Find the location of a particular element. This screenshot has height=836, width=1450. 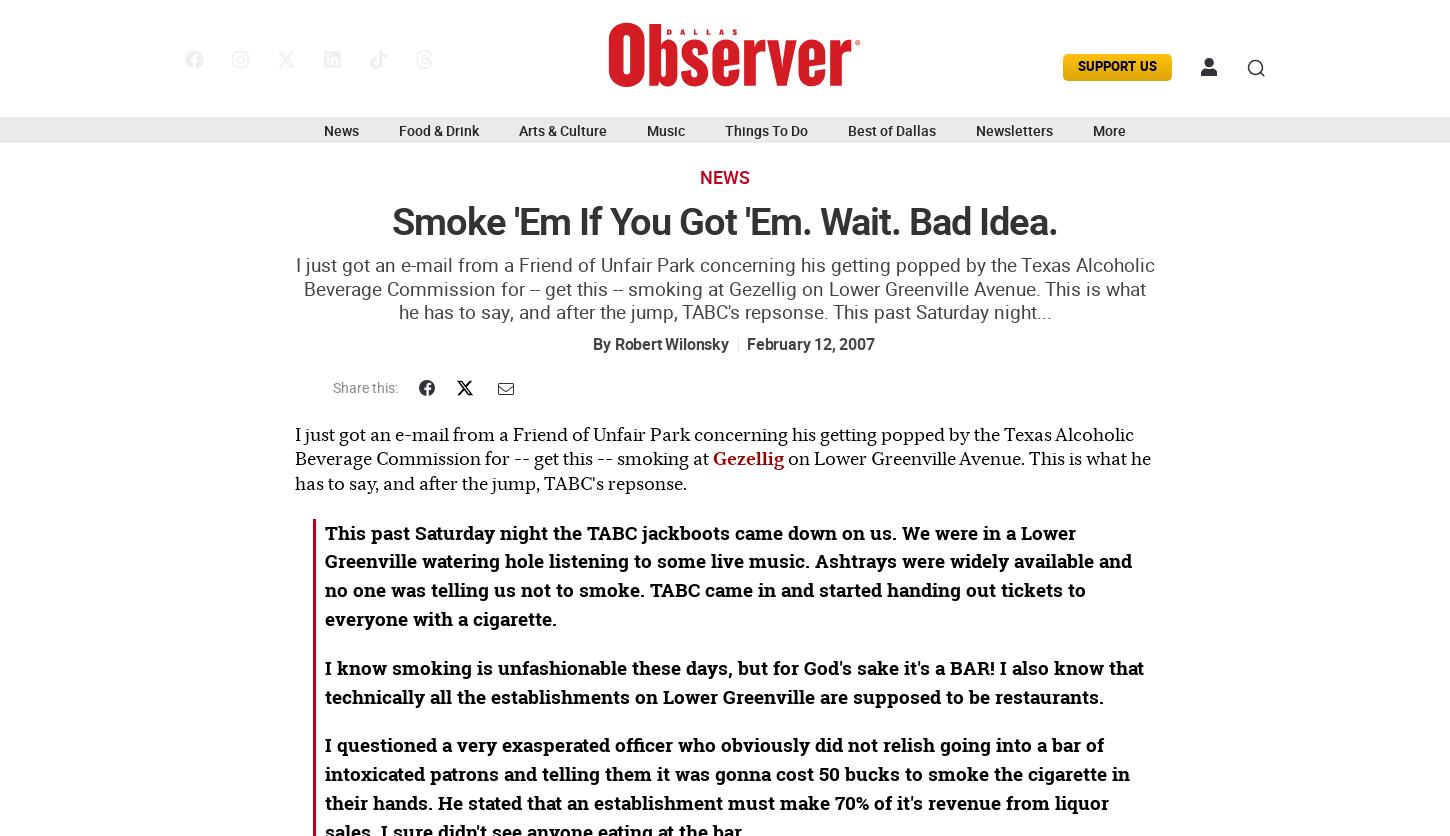

'February 12, 2007' is located at coordinates (809, 343).